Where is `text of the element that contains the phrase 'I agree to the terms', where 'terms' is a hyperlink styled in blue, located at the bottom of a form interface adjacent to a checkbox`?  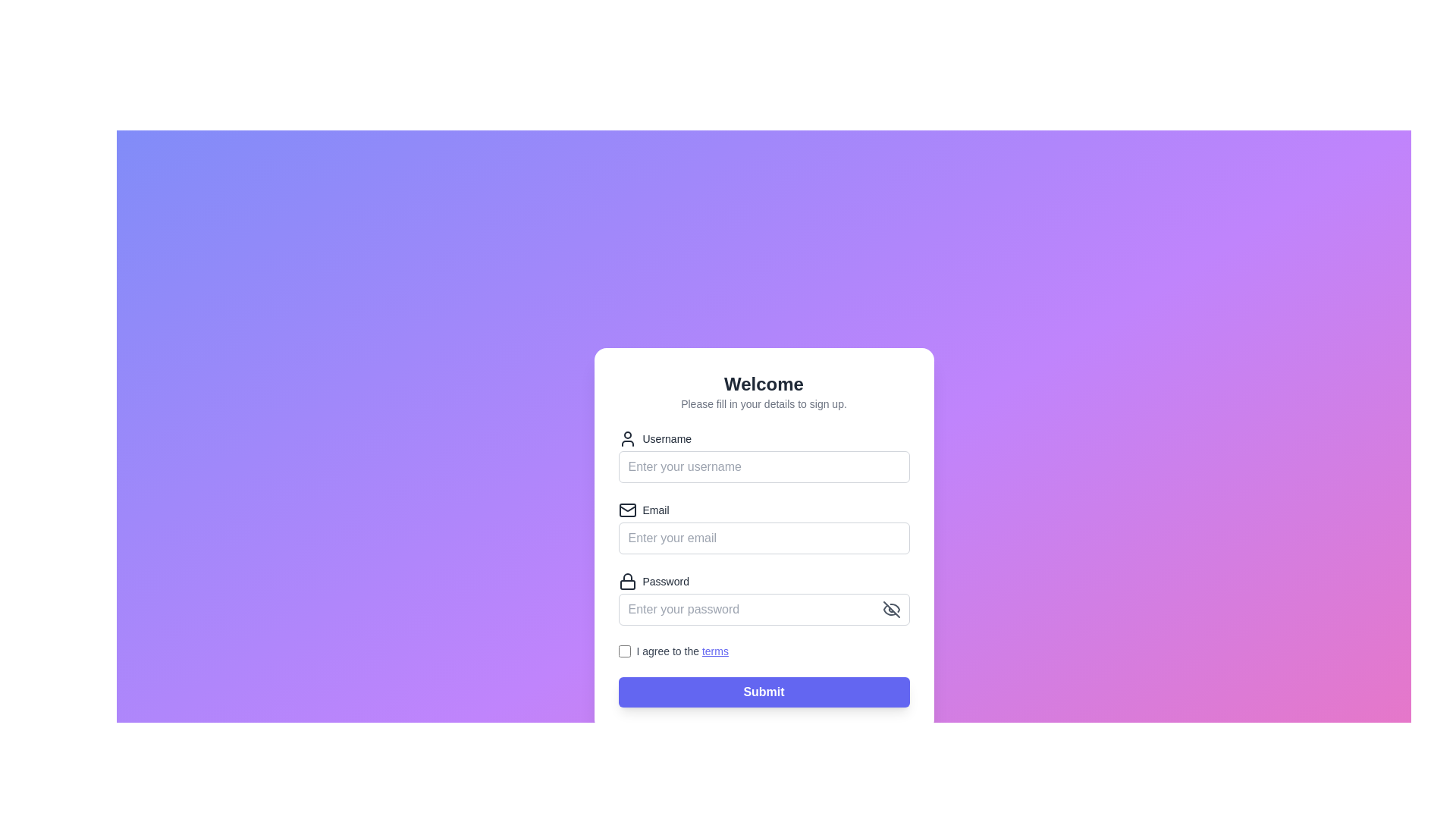
text of the element that contains the phrase 'I agree to the terms', where 'terms' is a hyperlink styled in blue, located at the bottom of a form interface adjacent to a checkbox is located at coordinates (682, 651).